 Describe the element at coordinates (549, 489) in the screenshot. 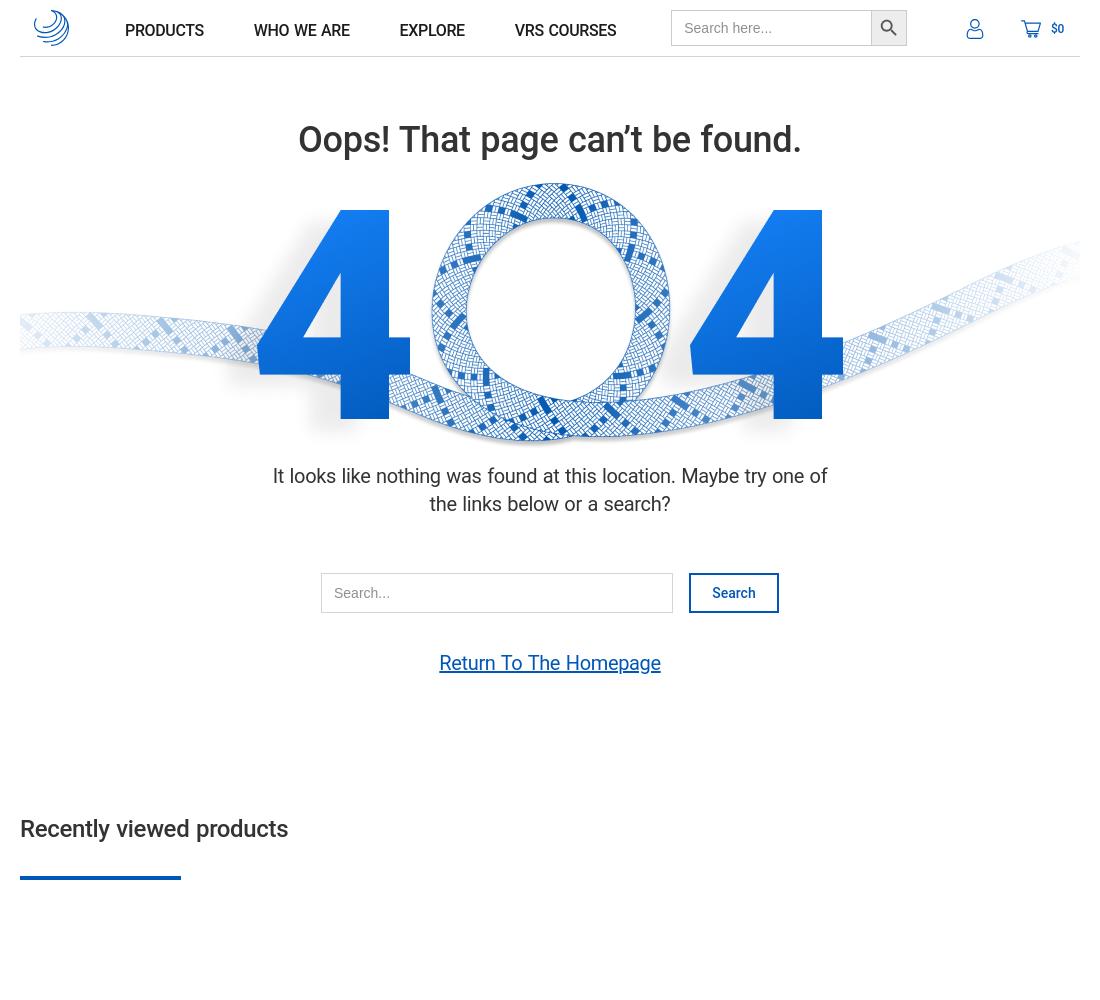

I see `'It looks like nothing was found at this location. Maybe try one of the links below or a search?'` at that location.